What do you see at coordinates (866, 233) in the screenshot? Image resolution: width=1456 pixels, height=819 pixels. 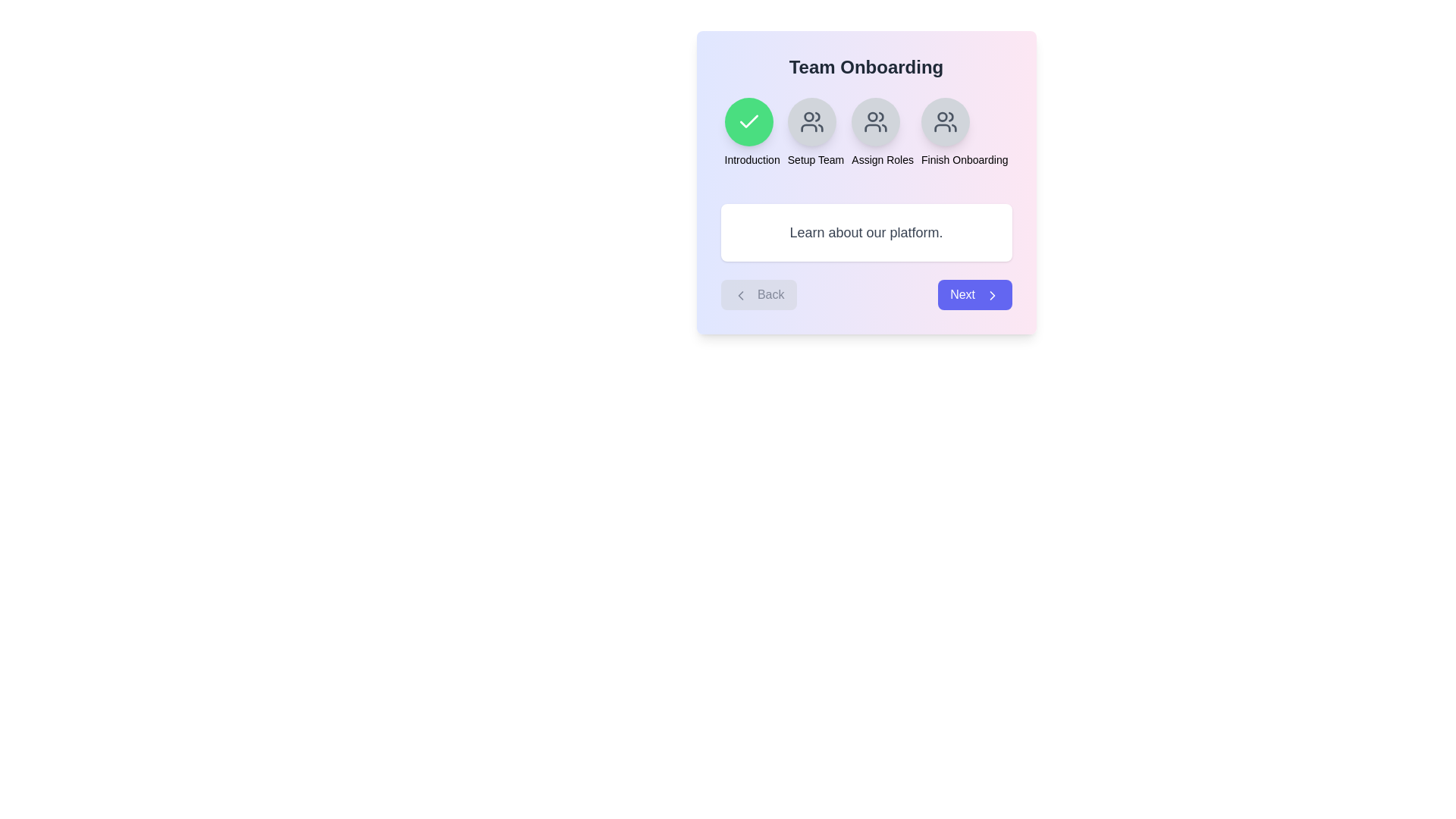 I see `the description text to interact with it` at bounding box center [866, 233].